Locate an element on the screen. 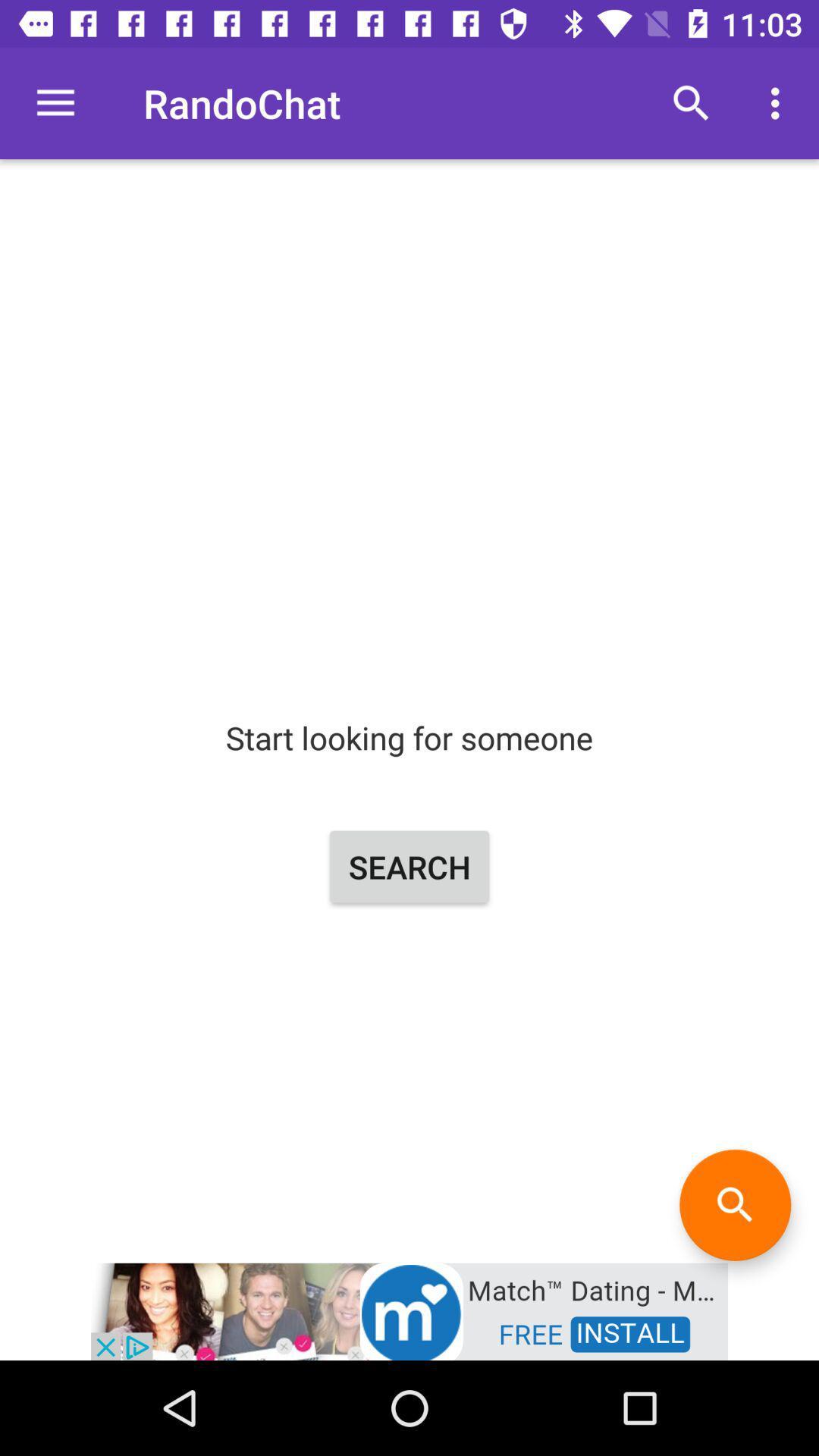 This screenshot has height=1456, width=819. the advertisement is located at coordinates (409, 1310).